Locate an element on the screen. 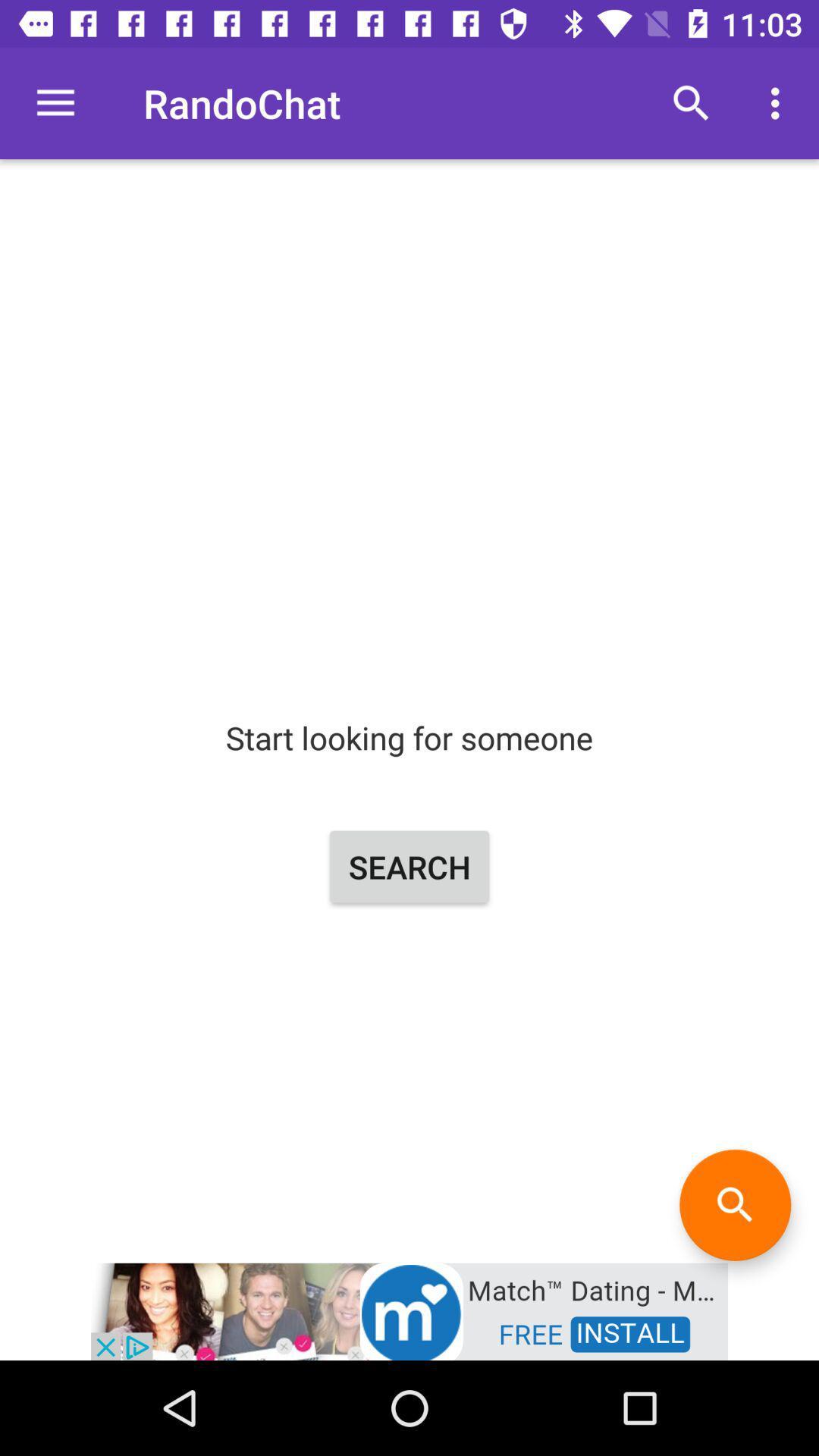 This screenshot has height=1456, width=819. the advertisement is located at coordinates (409, 1310).